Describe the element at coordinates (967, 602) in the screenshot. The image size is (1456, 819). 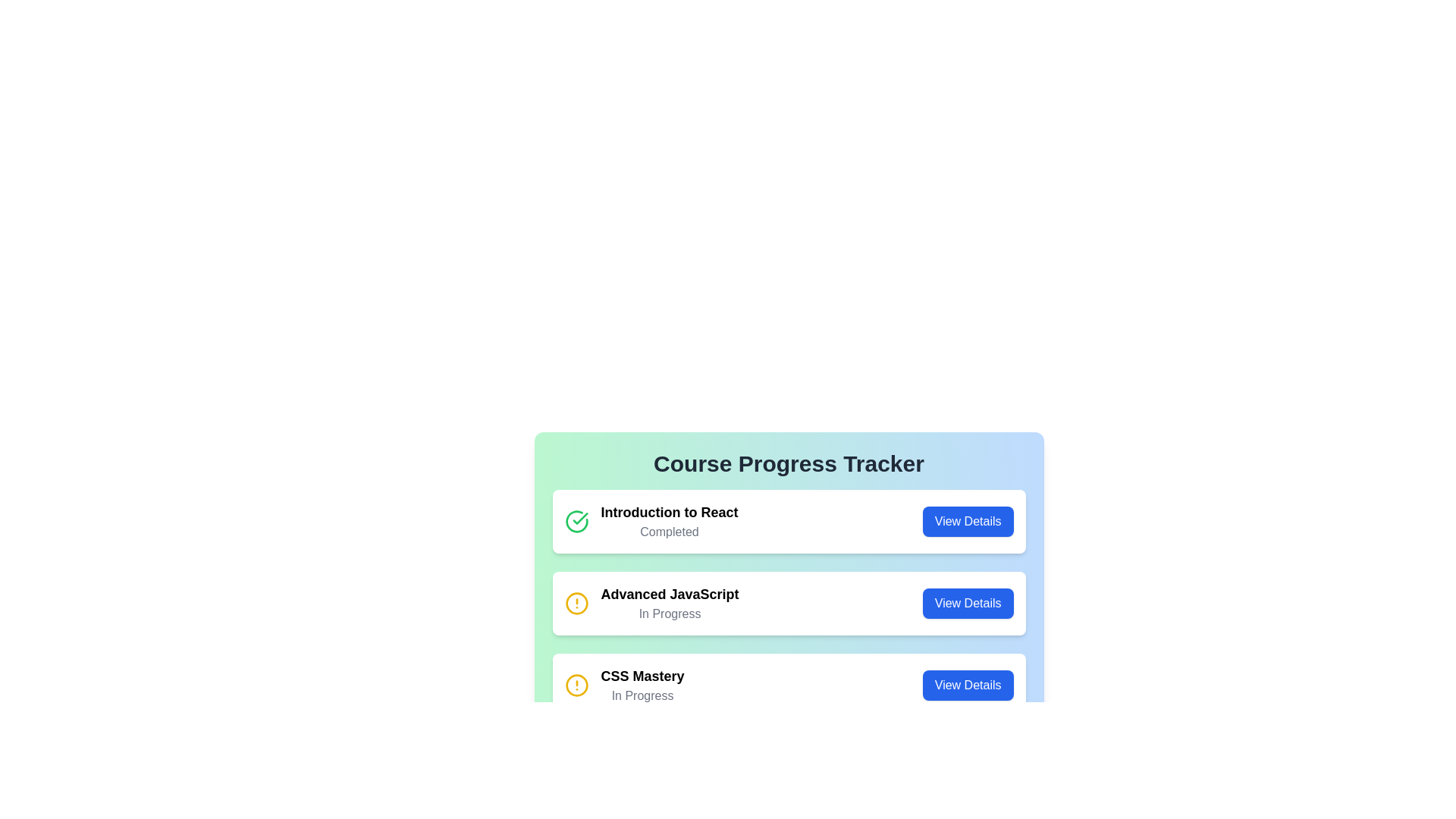
I see `the button on the right side of the 'Advanced JavaScript' course section` at that location.